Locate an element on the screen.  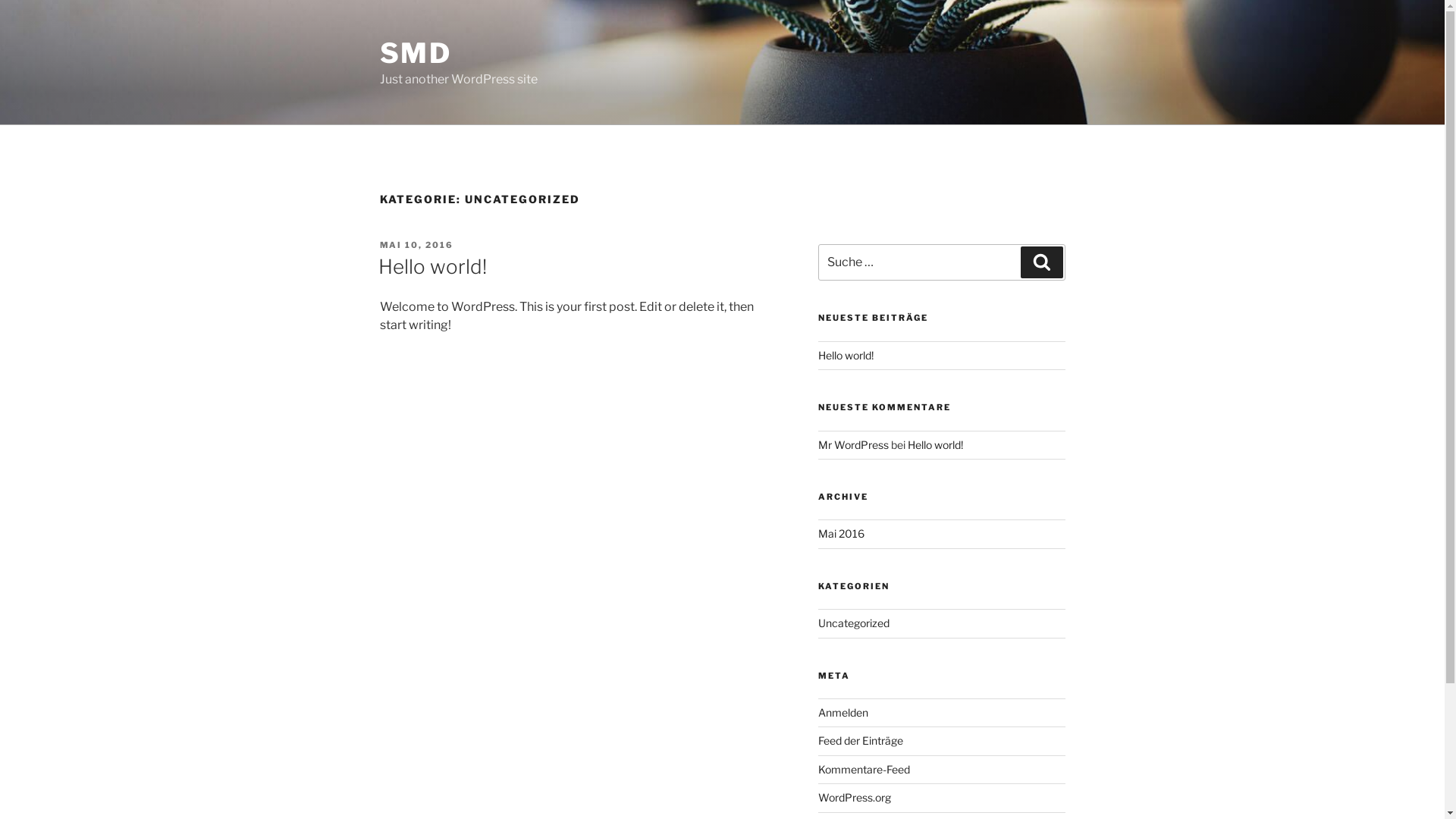
'MAI 10, 2016' is located at coordinates (416, 244).